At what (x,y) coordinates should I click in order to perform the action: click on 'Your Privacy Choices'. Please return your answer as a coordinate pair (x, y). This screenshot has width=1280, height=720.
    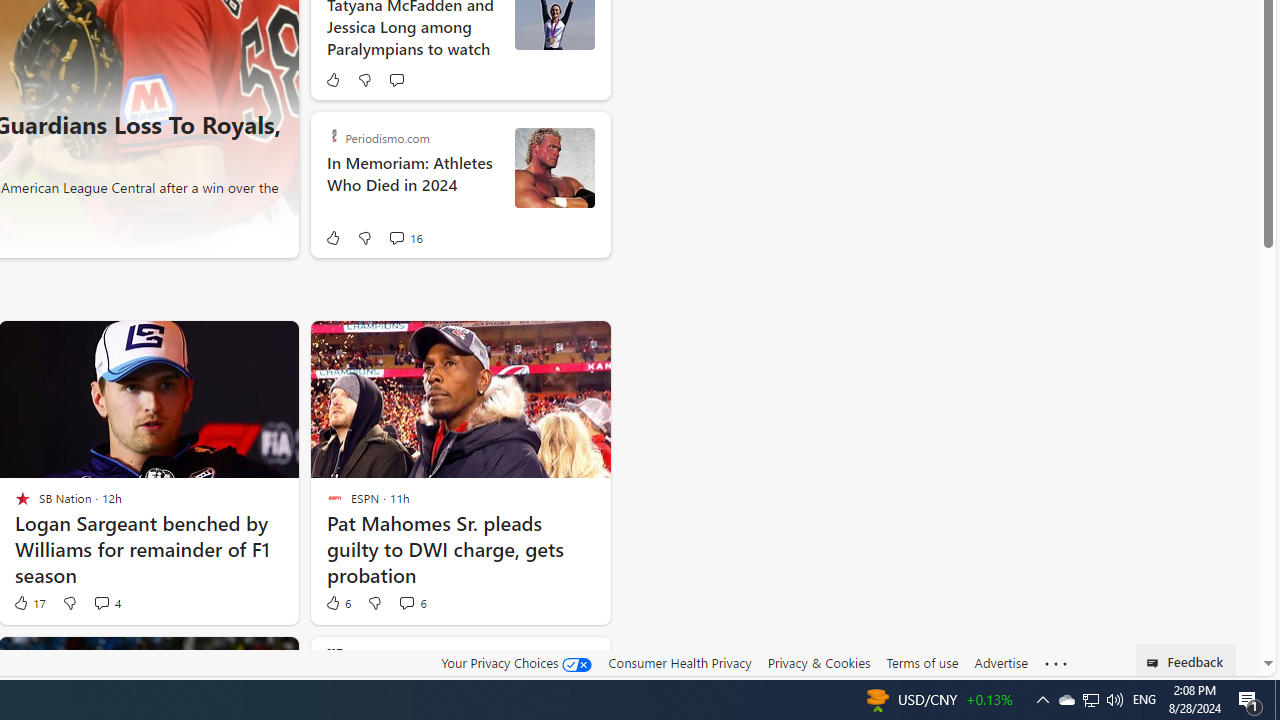
    Looking at the image, I should click on (517, 662).